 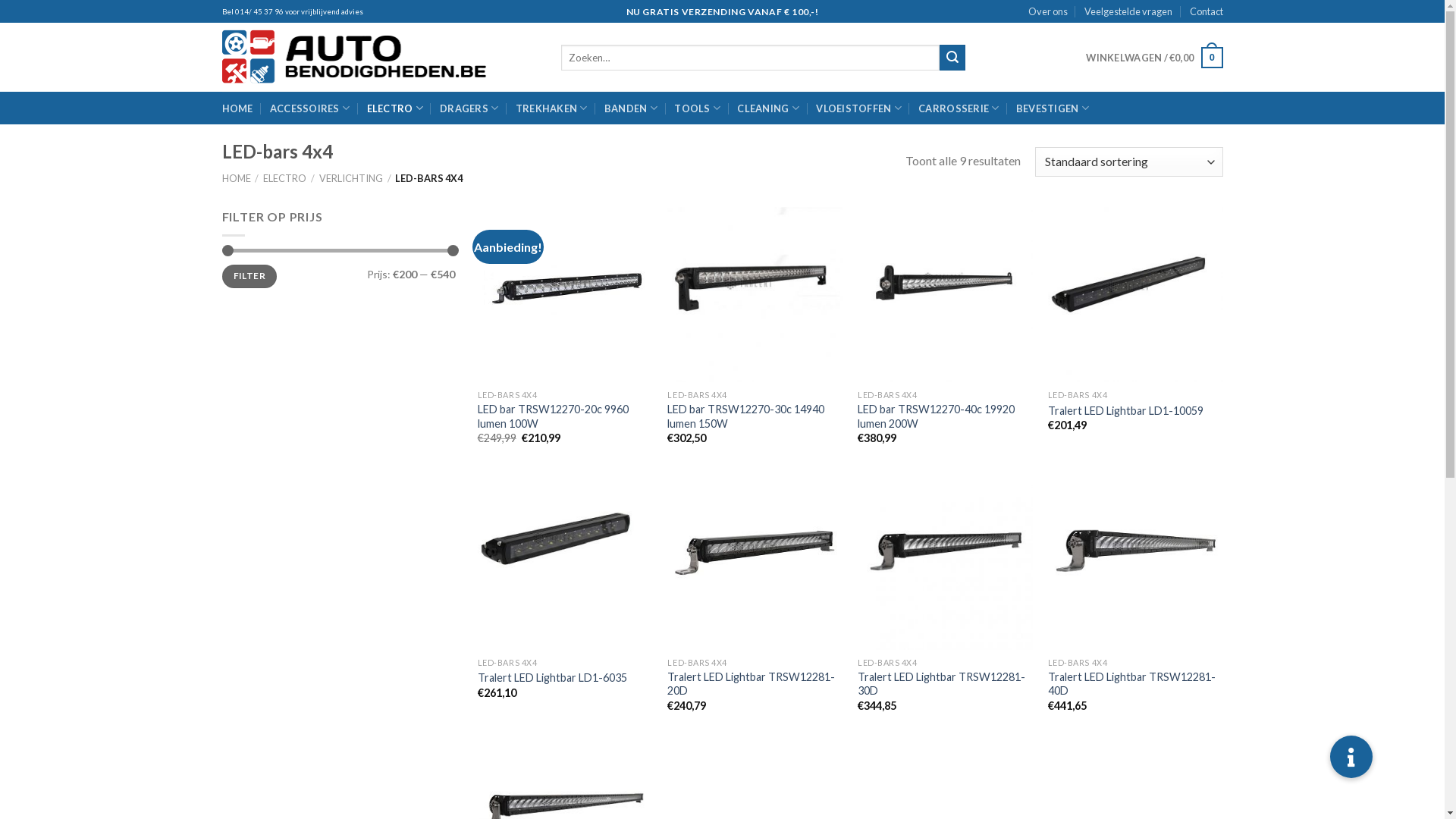 What do you see at coordinates (439, 107) in the screenshot?
I see `'DRAGERS'` at bounding box center [439, 107].